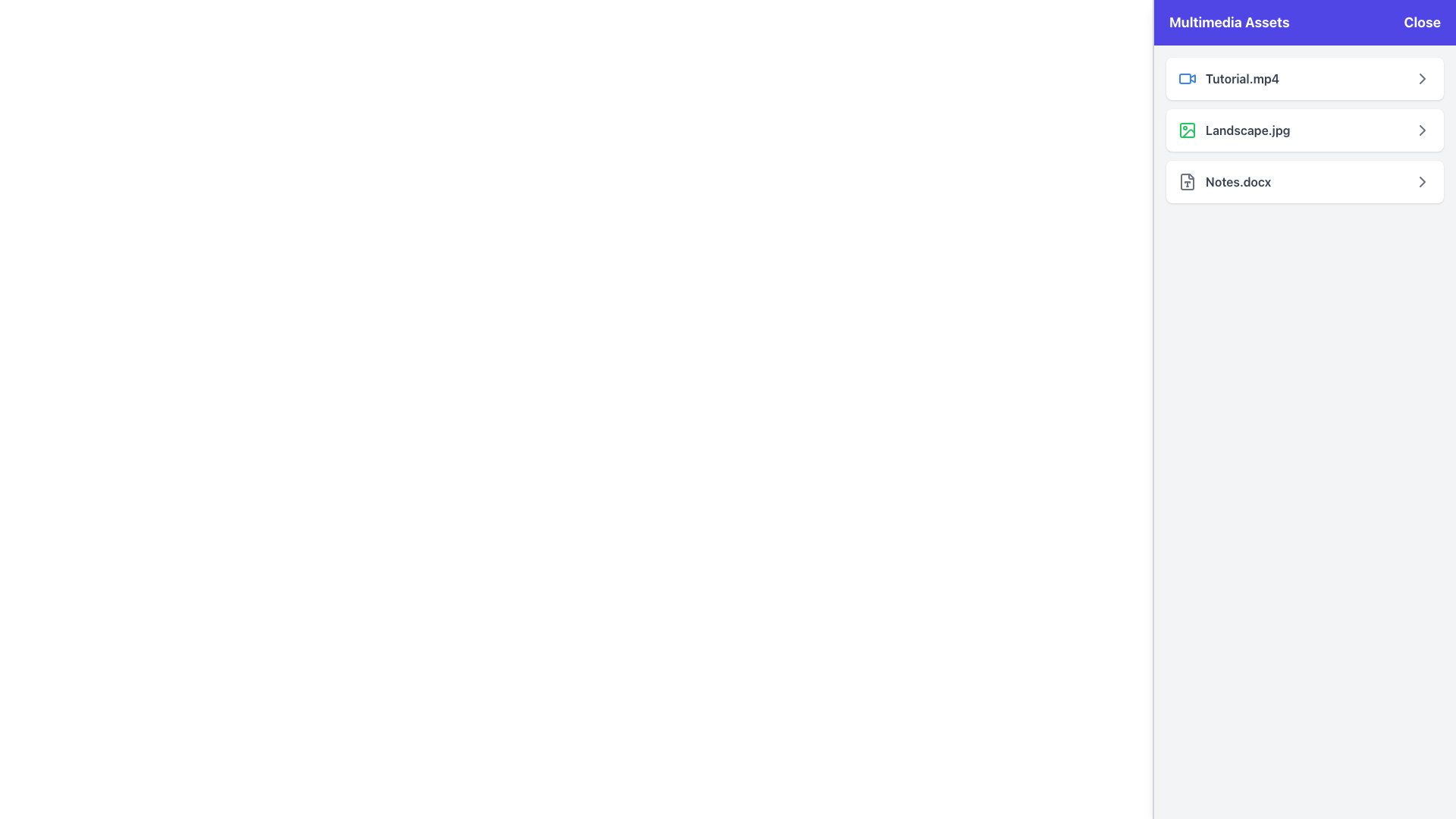 This screenshot has width=1456, height=819. I want to click on the clickable list item for the file entry 'Landscape.jpg', which features a file type icon with a green outline and bold text in gray color, so click(1234, 130).